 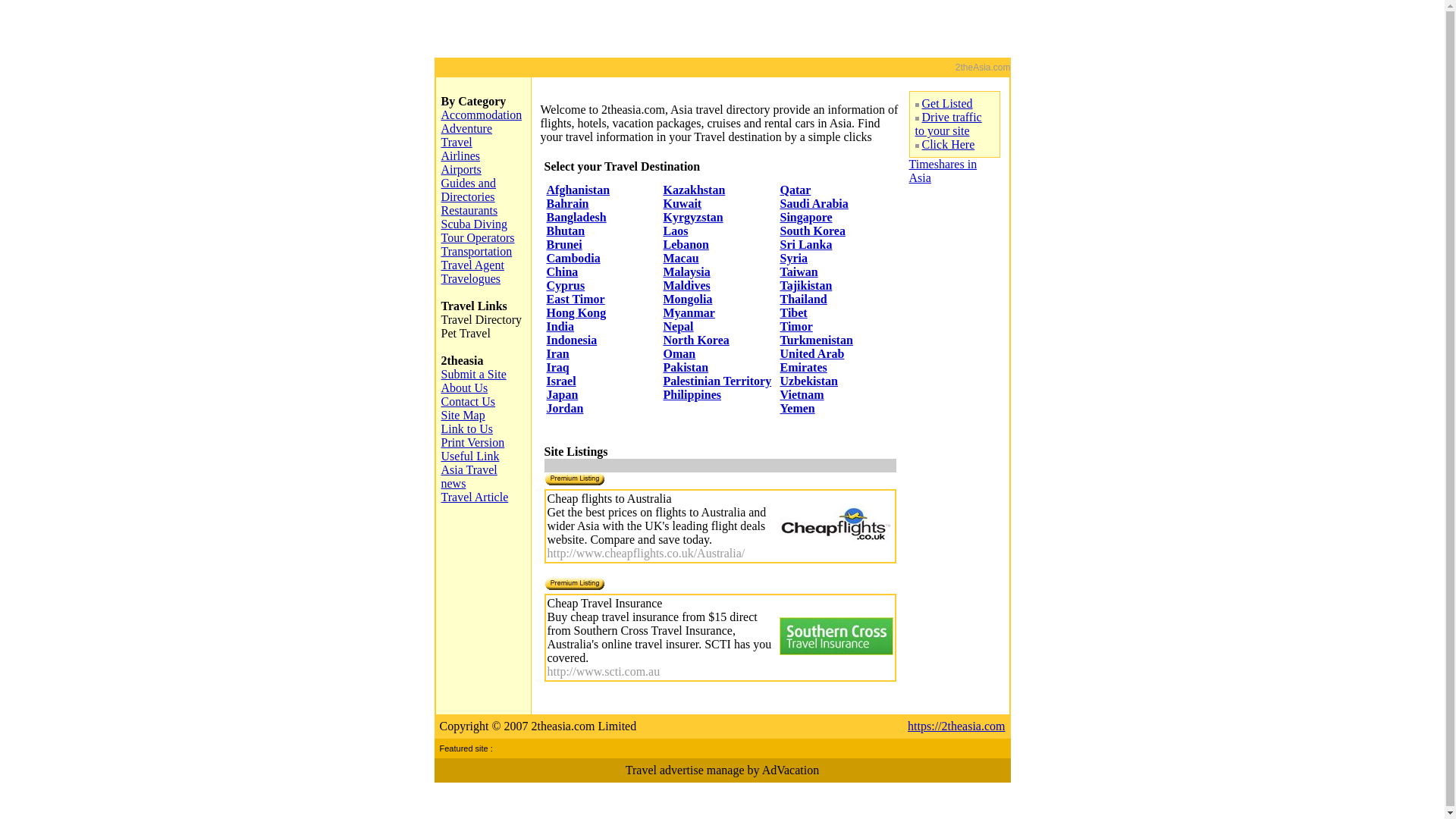 I want to click on 'Print Version', so click(x=472, y=442).